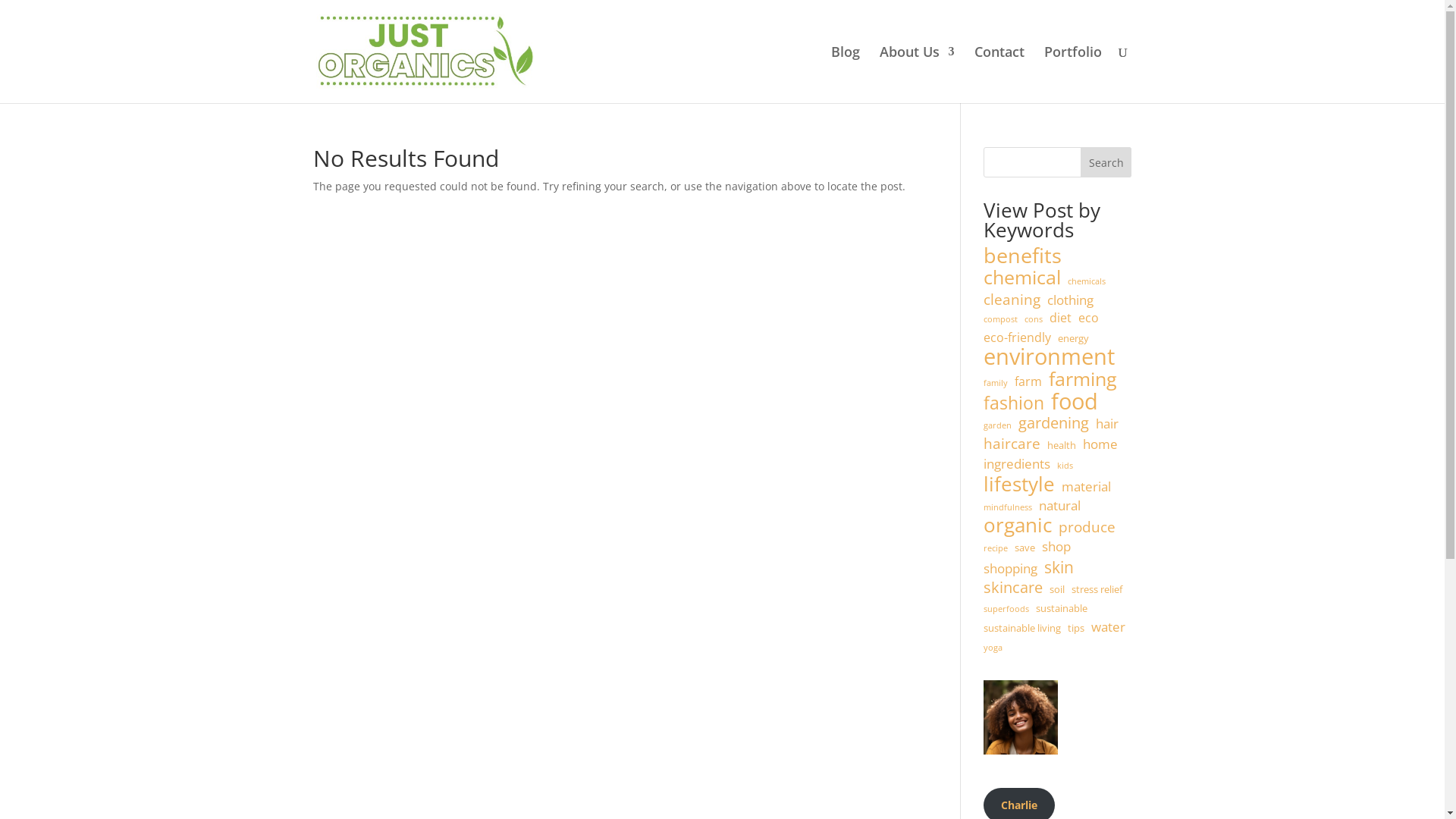  Describe the element at coordinates (993, 648) in the screenshot. I see `'yoga'` at that location.